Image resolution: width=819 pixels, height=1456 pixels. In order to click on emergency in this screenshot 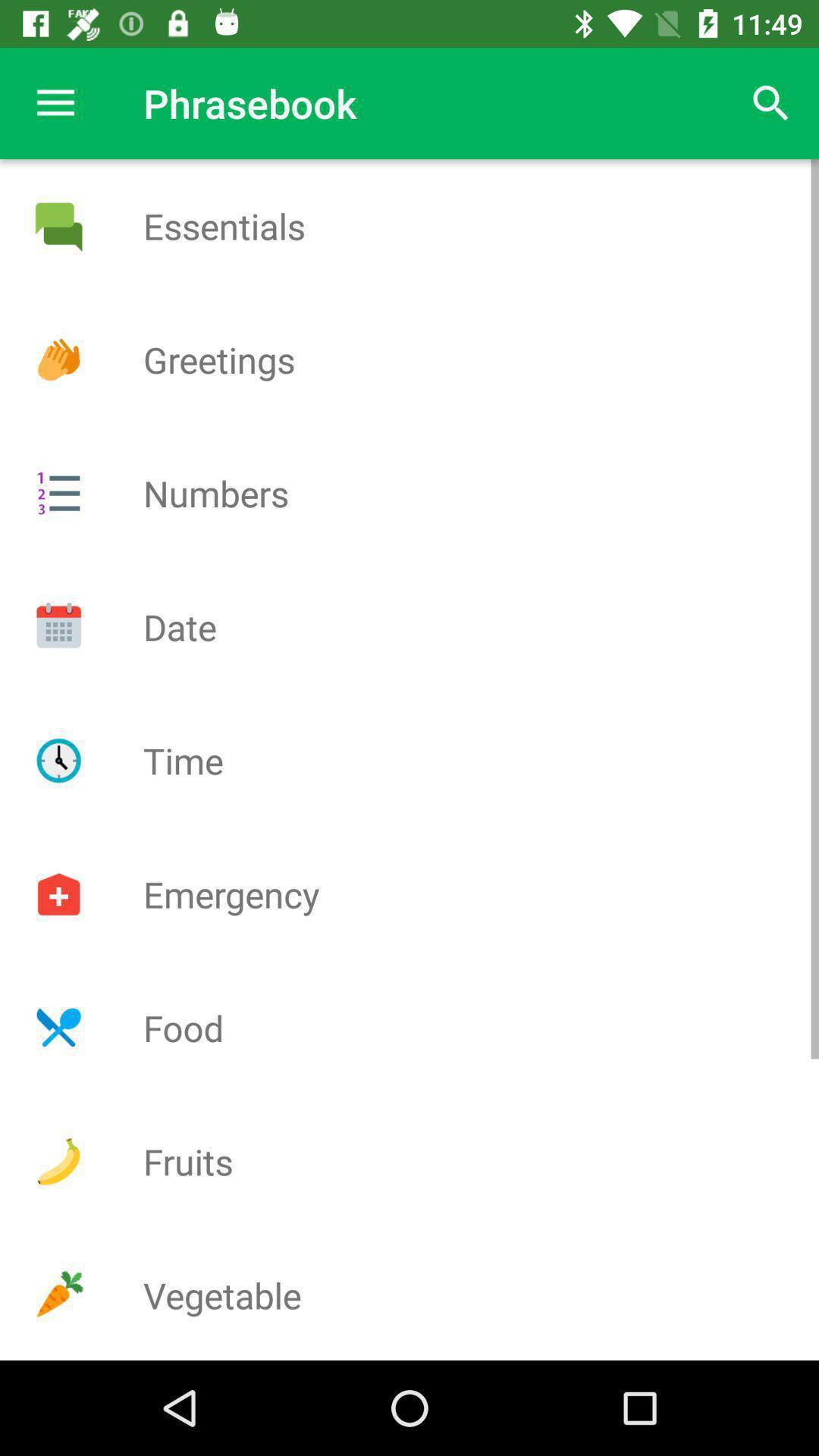, I will do `click(58, 894)`.